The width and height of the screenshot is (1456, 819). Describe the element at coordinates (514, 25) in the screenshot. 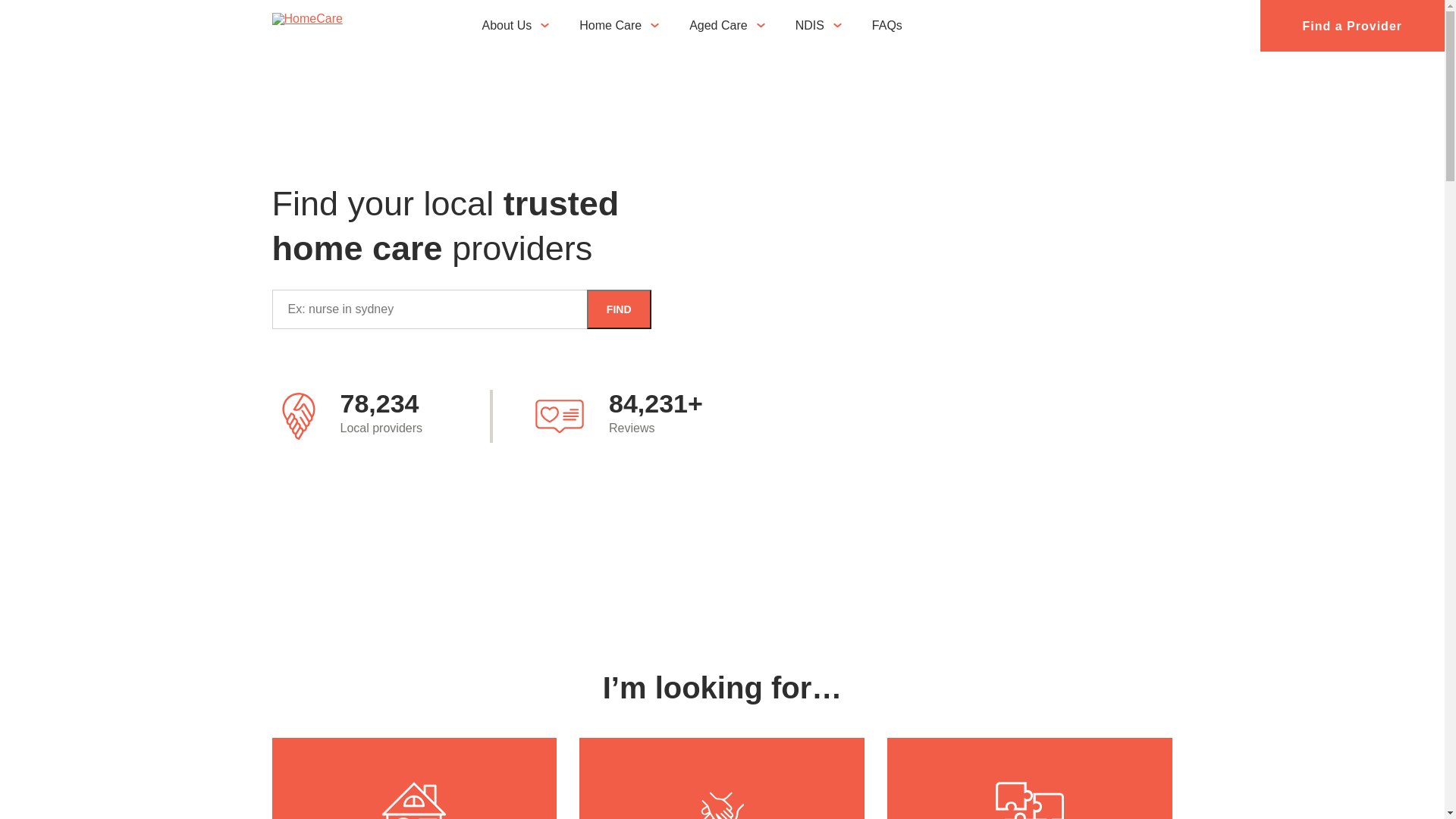

I see `'About Us'` at that location.